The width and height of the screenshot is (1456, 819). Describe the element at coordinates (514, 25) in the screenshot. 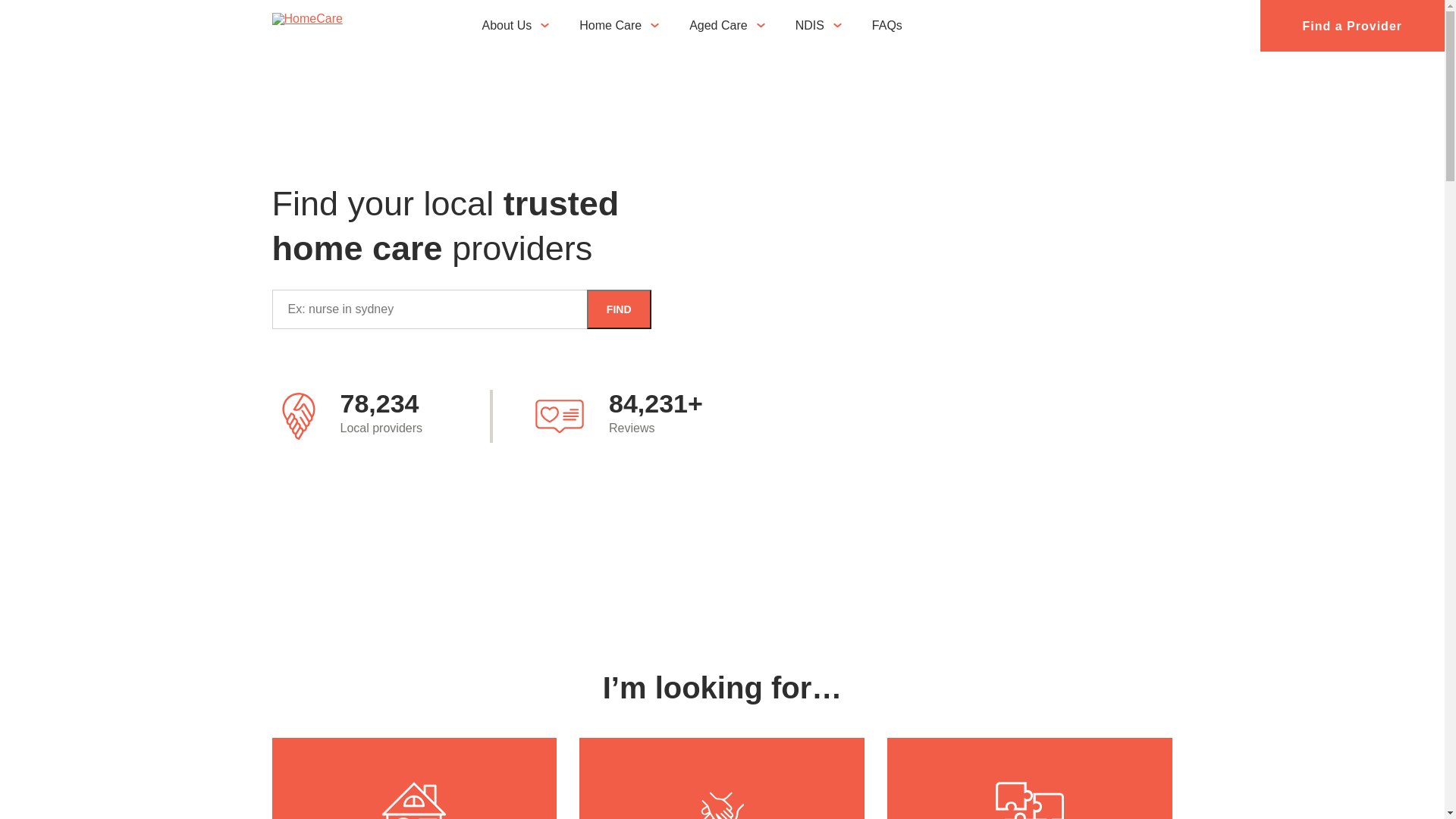

I see `'About Us'` at that location.